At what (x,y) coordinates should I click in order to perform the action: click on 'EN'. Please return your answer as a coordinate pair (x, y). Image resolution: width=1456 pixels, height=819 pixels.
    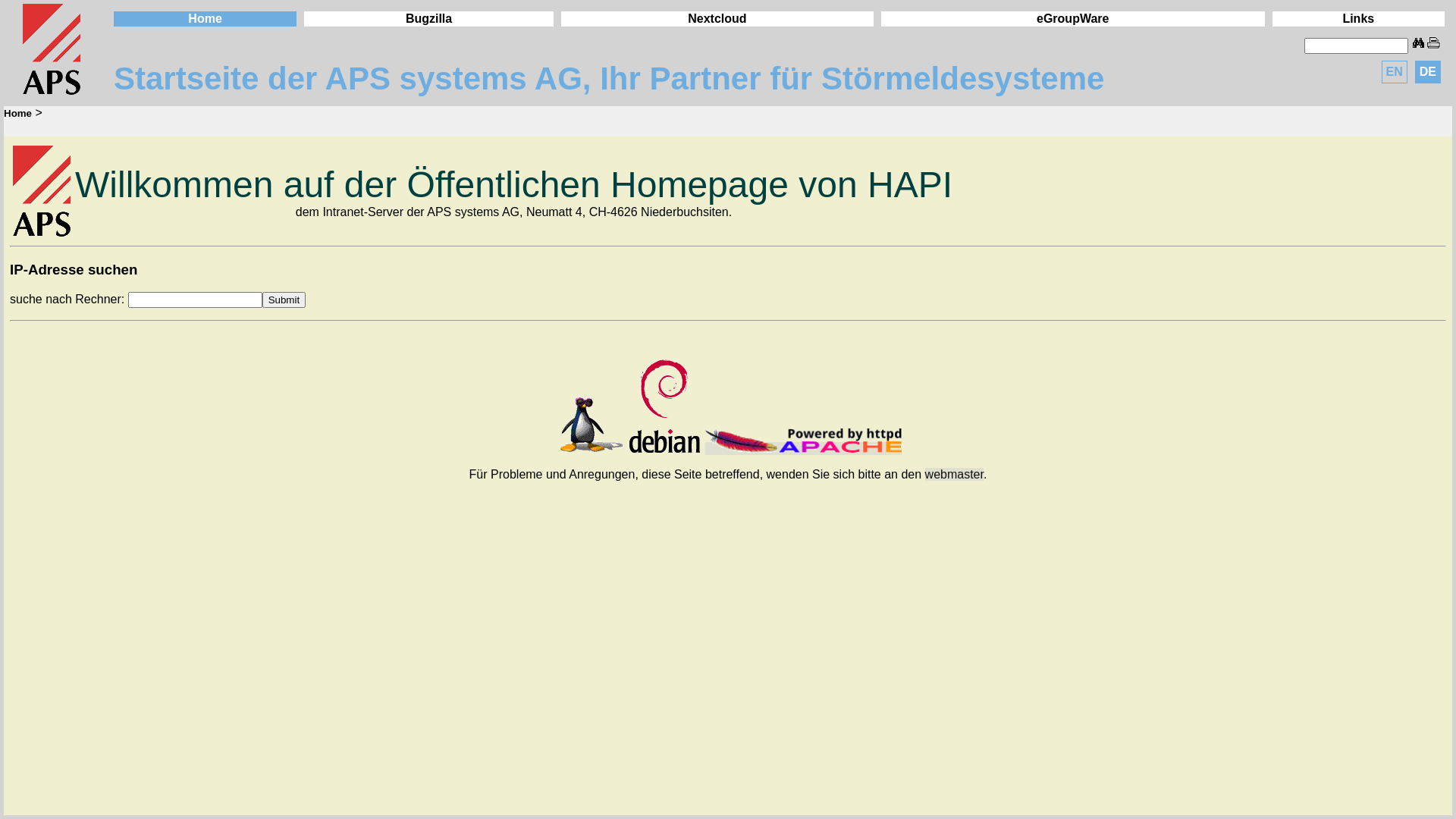
    Looking at the image, I should click on (1382, 72).